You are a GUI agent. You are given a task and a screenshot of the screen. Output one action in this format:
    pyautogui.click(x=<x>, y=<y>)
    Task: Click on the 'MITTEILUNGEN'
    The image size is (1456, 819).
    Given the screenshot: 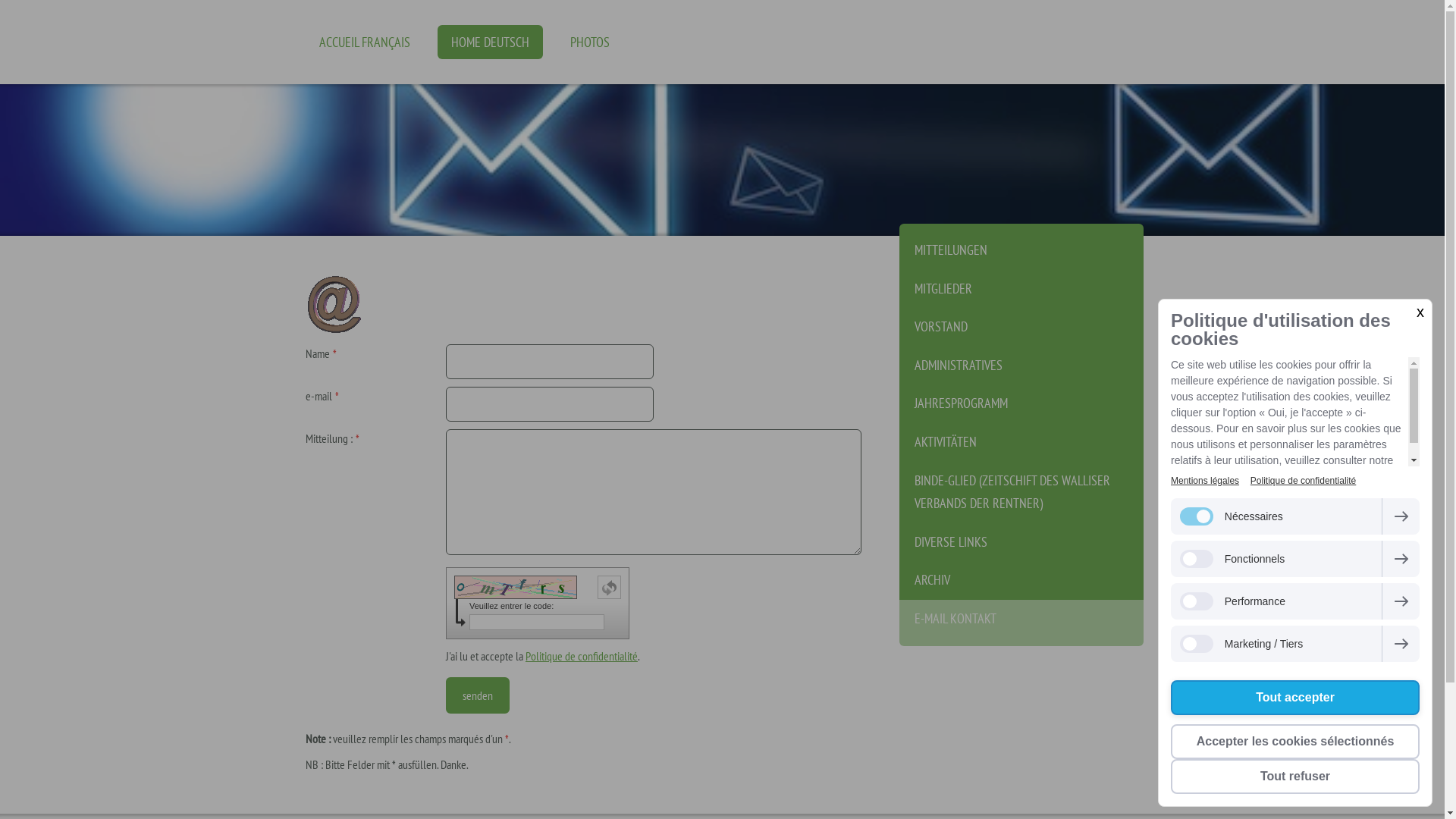 What is the action you would take?
    pyautogui.click(x=1021, y=246)
    